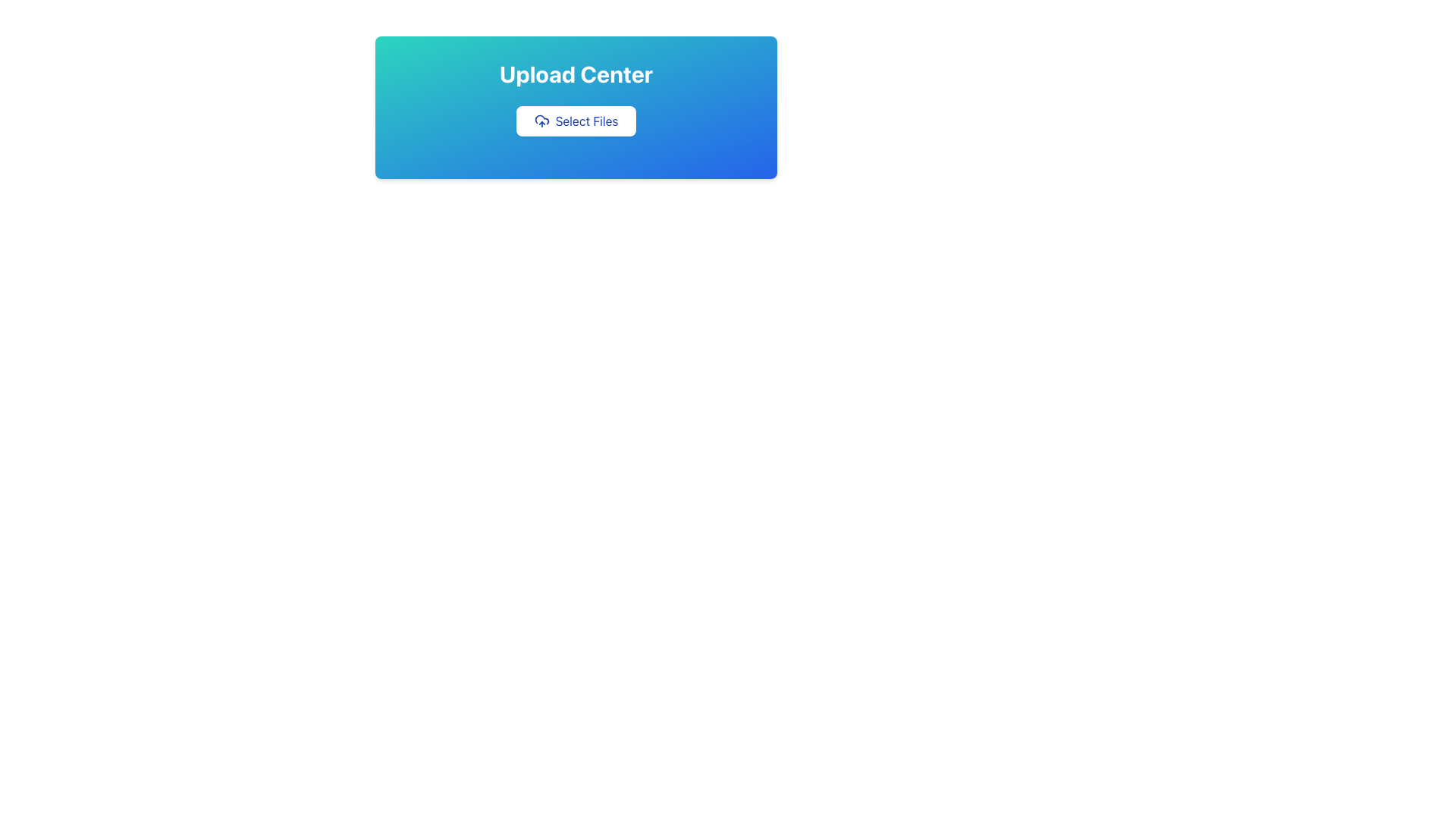  What do you see at coordinates (575, 120) in the screenshot?
I see `the 'Select Files' button, which is a white rectangular button with rounded corners and a blue text label, located below the 'Upload Center' text` at bounding box center [575, 120].